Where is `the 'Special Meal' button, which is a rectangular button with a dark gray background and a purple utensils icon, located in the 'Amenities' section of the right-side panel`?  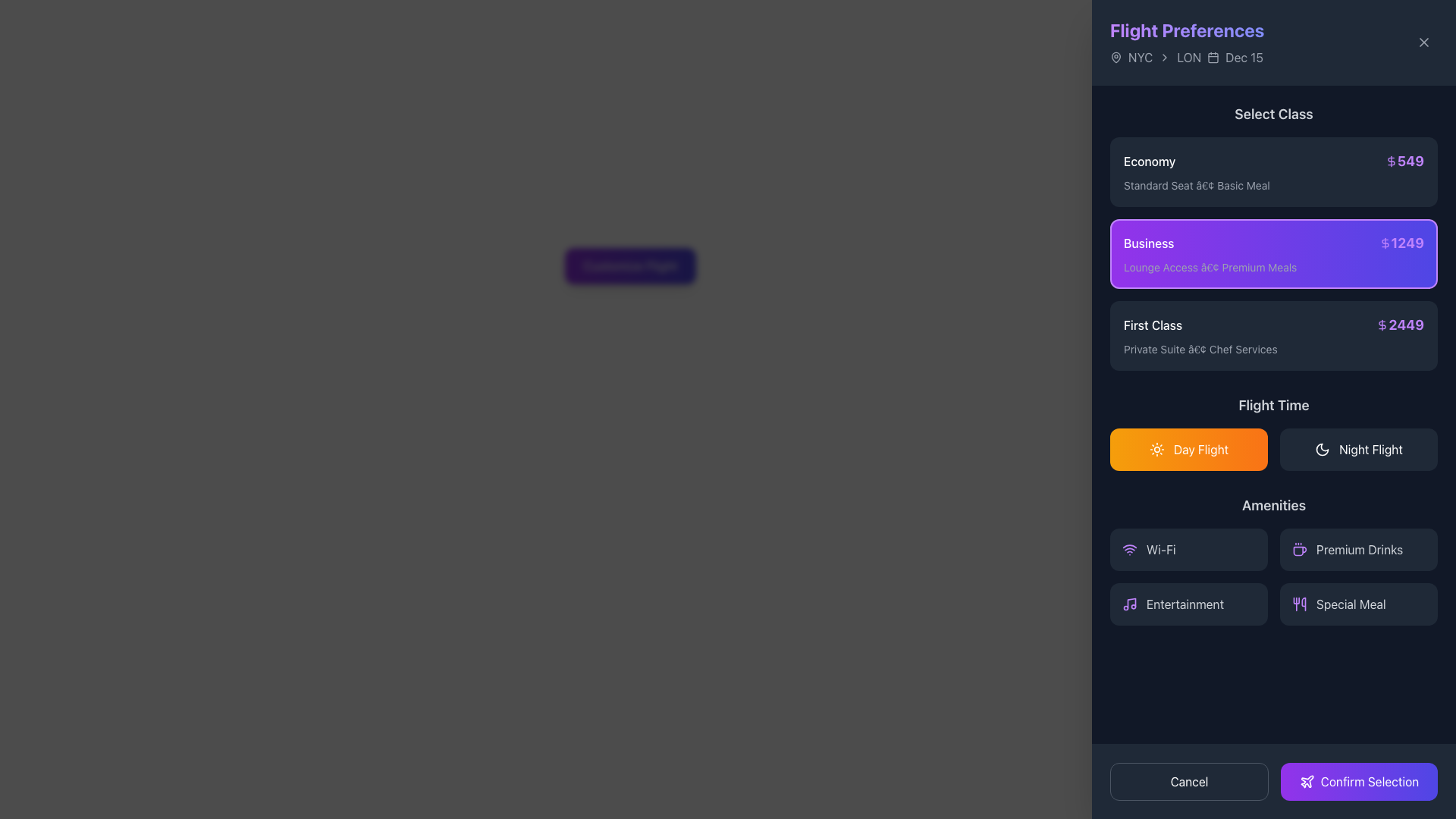
the 'Special Meal' button, which is a rectangular button with a dark gray background and a purple utensils icon, located in the 'Amenities' section of the right-side panel is located at coordinates (1358, 604).